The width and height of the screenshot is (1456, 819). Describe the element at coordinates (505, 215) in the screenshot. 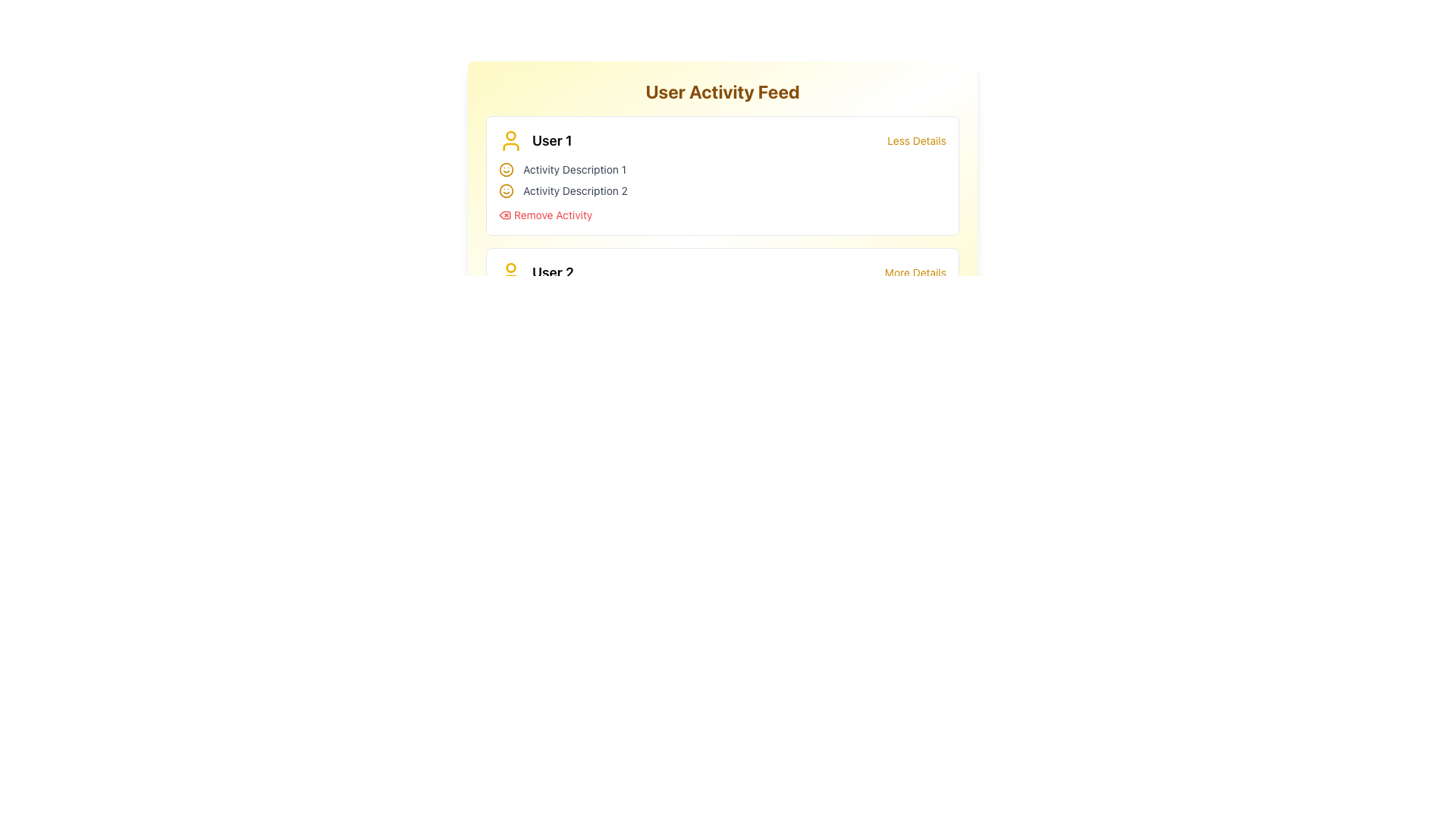

I see `the interactive icon representing the 'Remove Activity' action, which is located to the left of the text labeled 'Remove Activity'` at that location.